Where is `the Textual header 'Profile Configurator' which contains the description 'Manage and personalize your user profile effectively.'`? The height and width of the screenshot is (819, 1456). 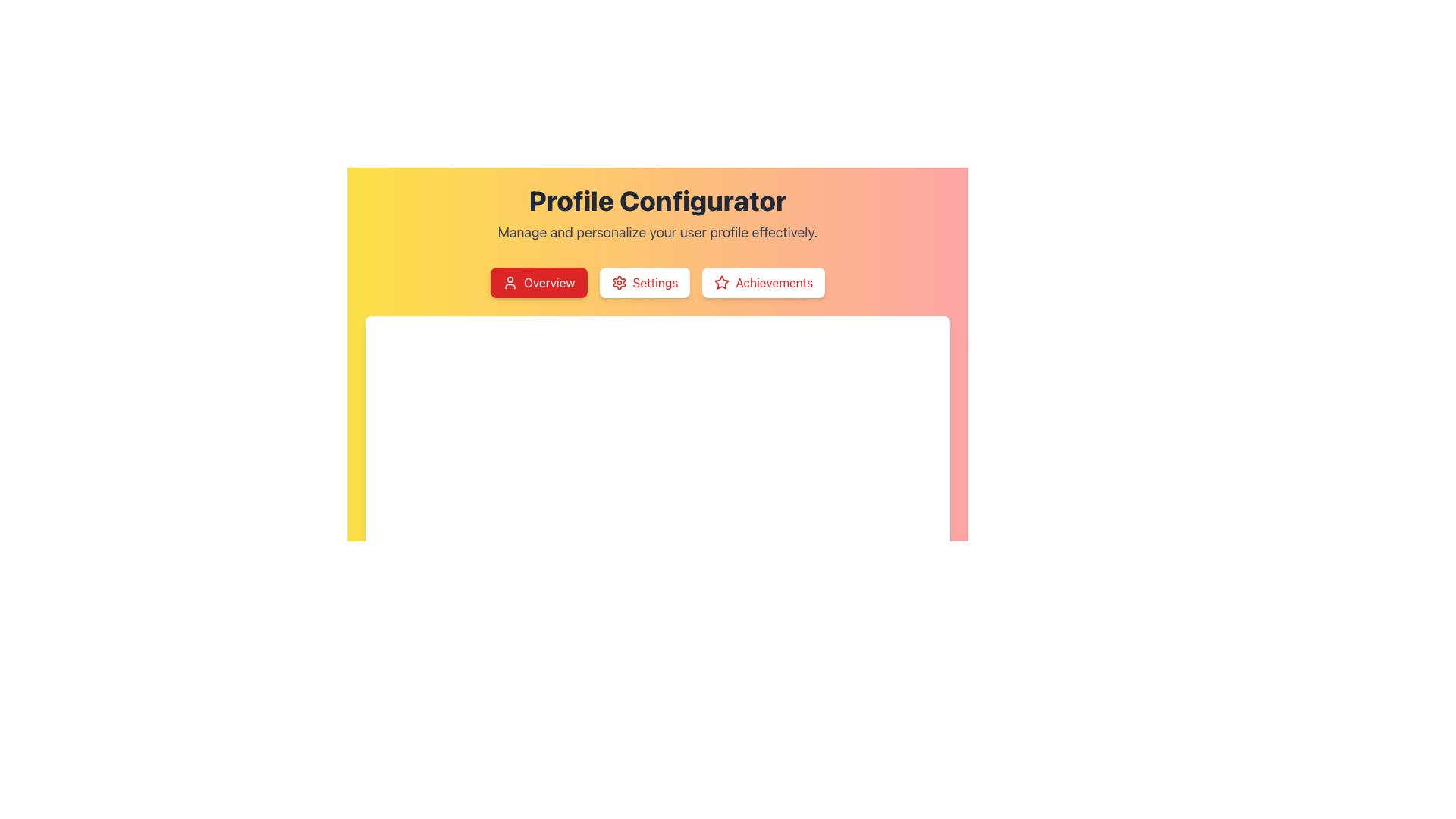
the Textual header 'Profile Configurator' which contains the description 'Manage and personalize your user profile effectively.' is located at coordinates (657, 214).